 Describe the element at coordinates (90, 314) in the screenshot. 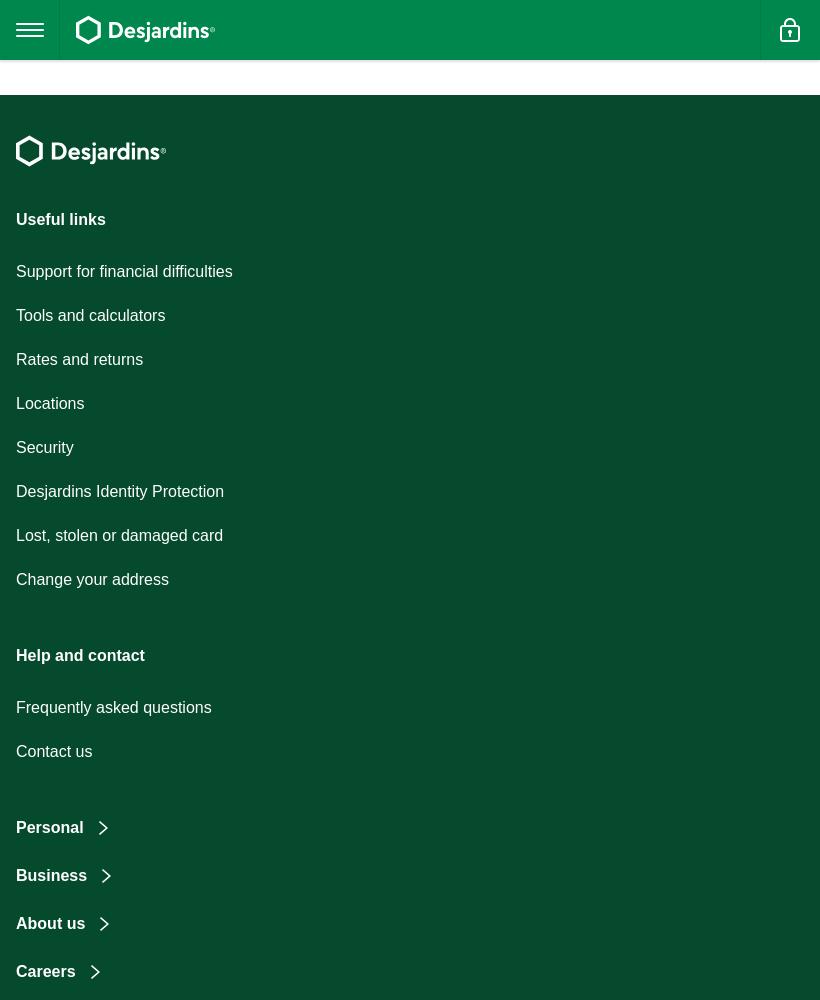

I see `'Tools and calculators'` at that location.